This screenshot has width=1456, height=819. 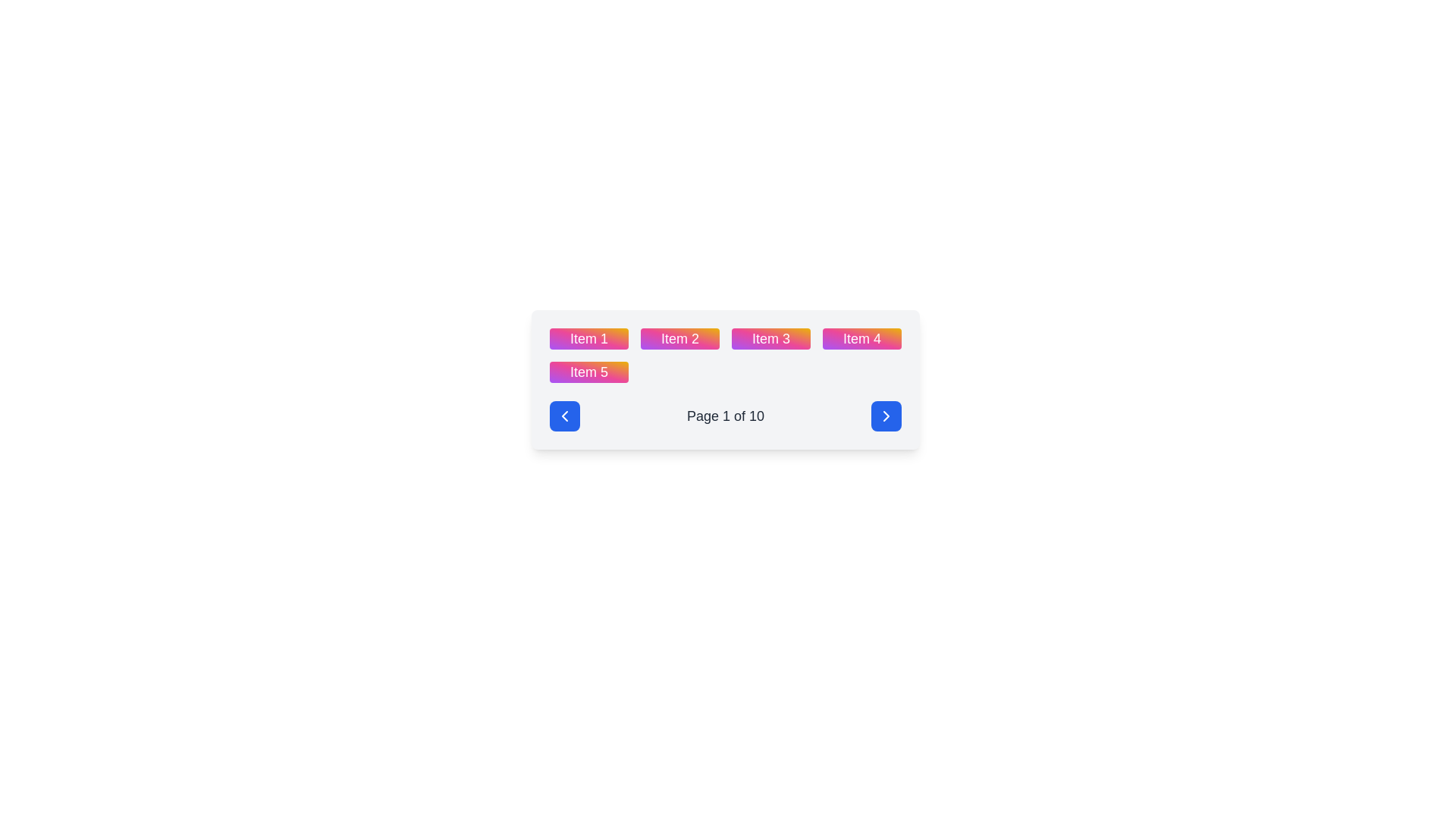 What do you see at coordinates (563, 416) in the screenshot?
I see `the left-facing arrow icon contained within the blue circular button located on the left side of the bottom navigation section of the interface` at bounding box center [563, 416].